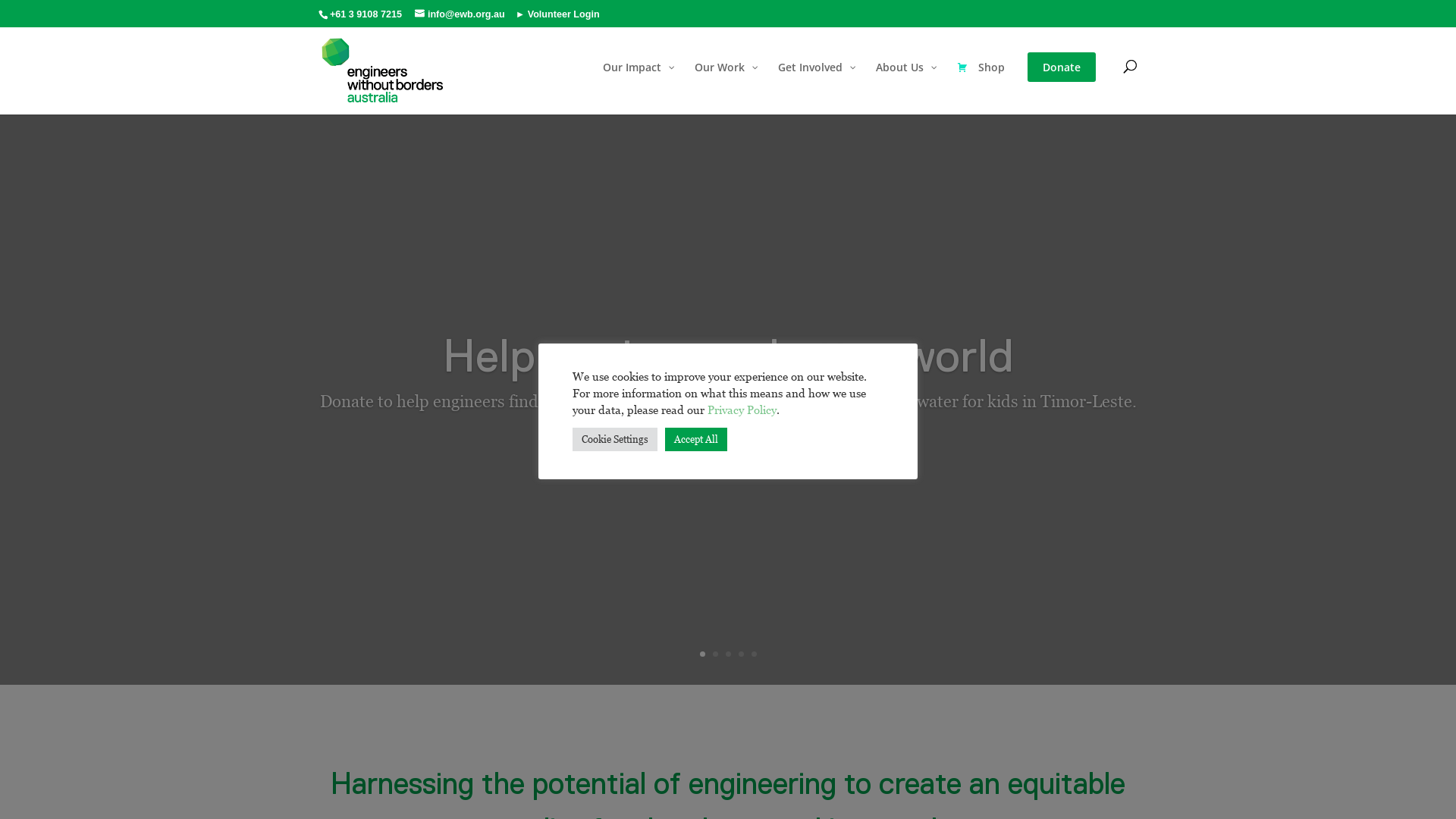 The height and width of the screenshot is (819, 1456). I want to click on 'Cookie Settings', so click(615, 439).